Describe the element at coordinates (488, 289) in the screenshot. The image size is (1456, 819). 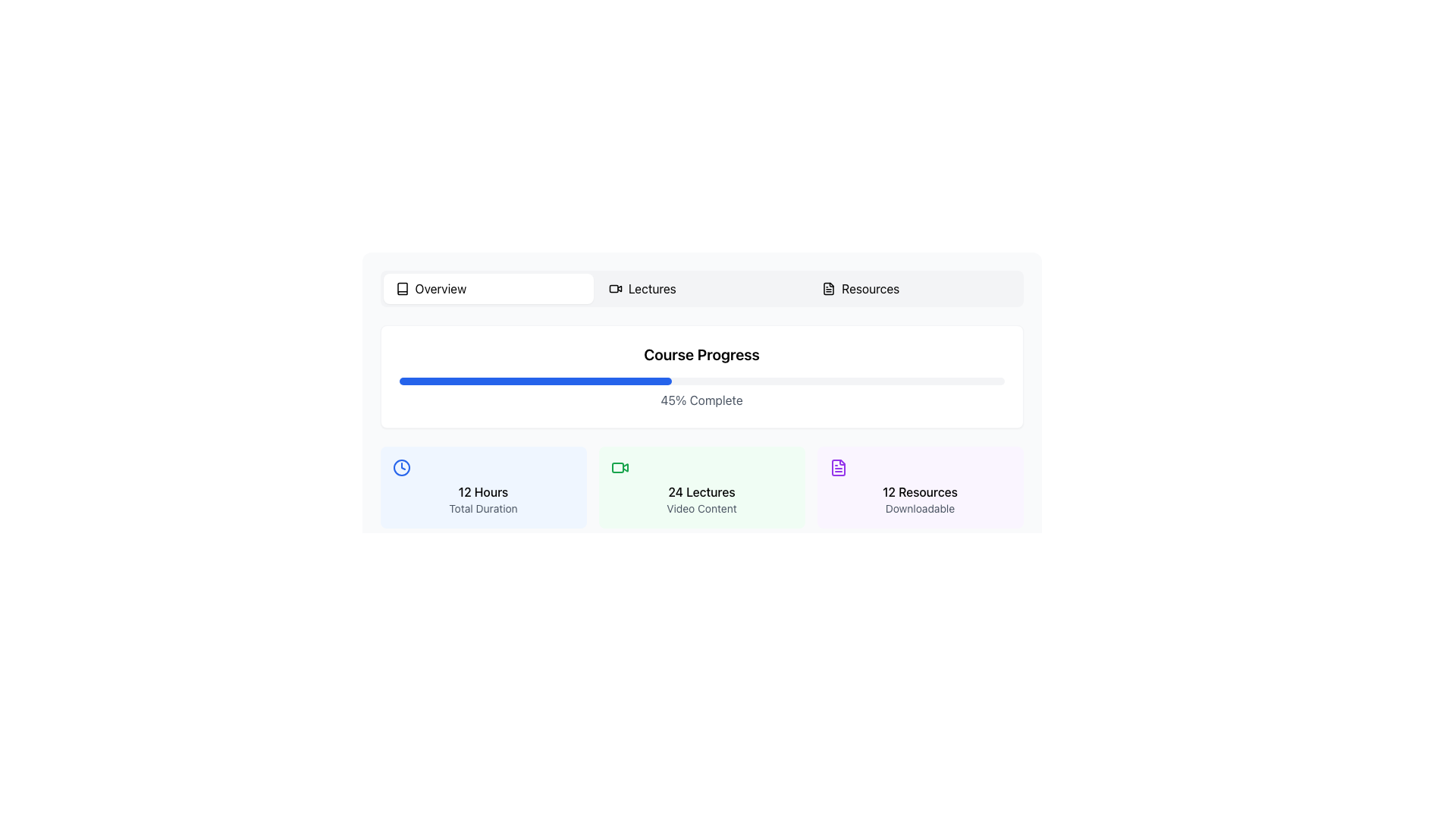
I see `the 'Overview' button, which is the first button in a horizontal button group` at that location.